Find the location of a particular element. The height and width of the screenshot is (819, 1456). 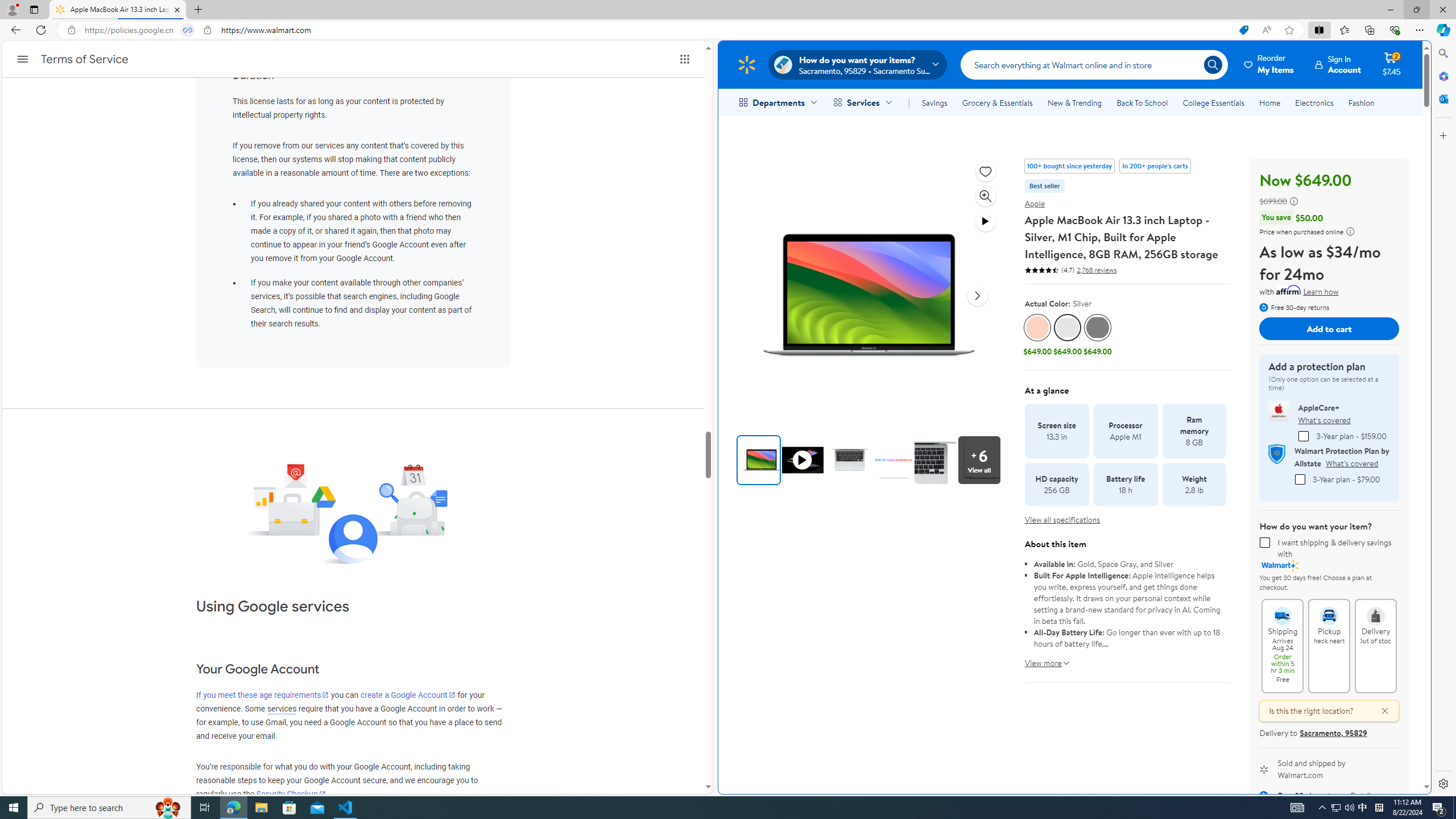

'Fashion' is located at coordinates (1360, 102).